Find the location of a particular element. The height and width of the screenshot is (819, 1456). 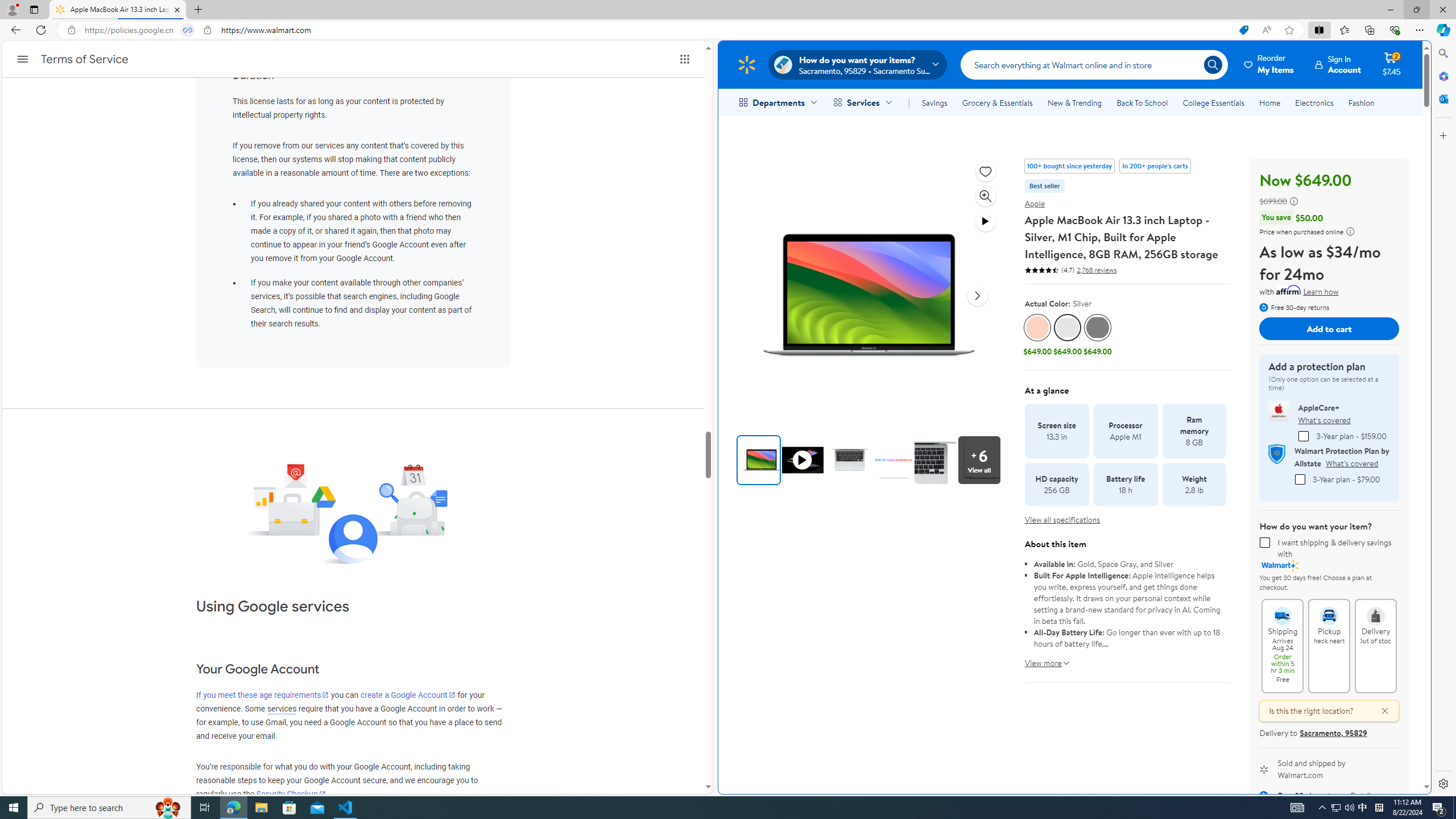

'Fashion' is located at coordinates (1360, 102).